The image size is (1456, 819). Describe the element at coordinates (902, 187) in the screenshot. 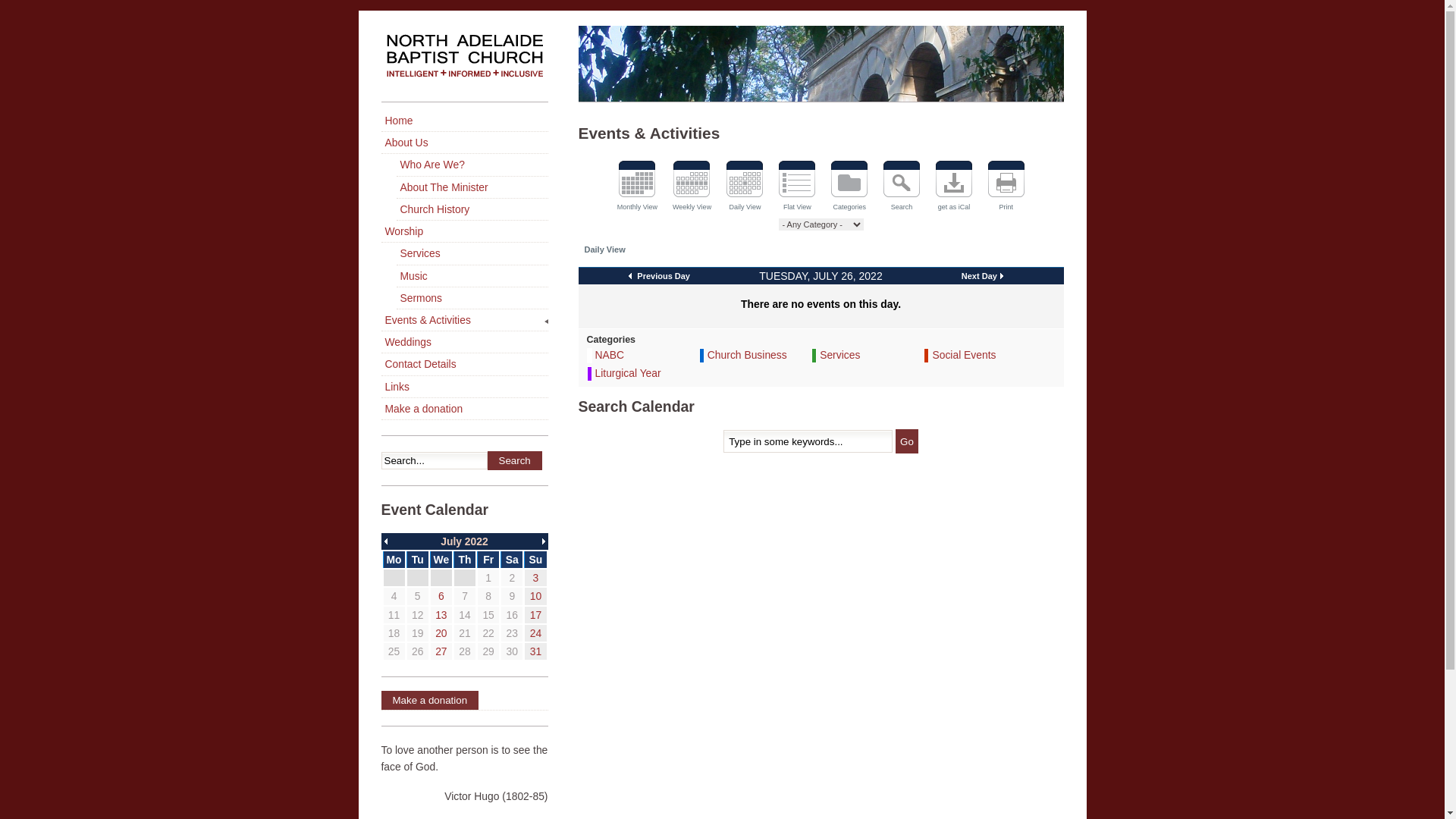

I see `'Search'` at that location.